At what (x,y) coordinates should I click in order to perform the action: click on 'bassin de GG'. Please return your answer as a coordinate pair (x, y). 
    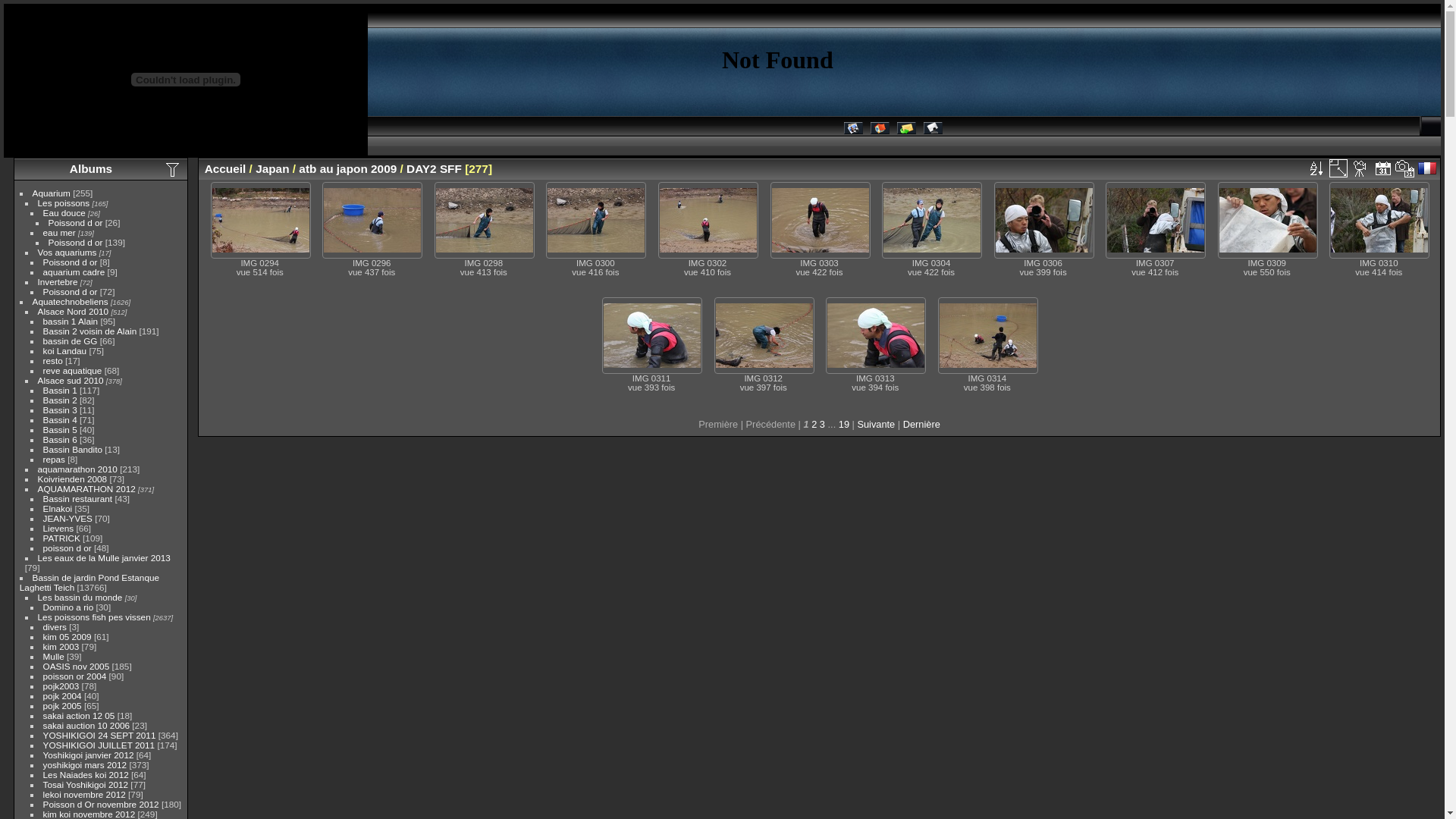
    Looking at the image, I should click on (69, 340).